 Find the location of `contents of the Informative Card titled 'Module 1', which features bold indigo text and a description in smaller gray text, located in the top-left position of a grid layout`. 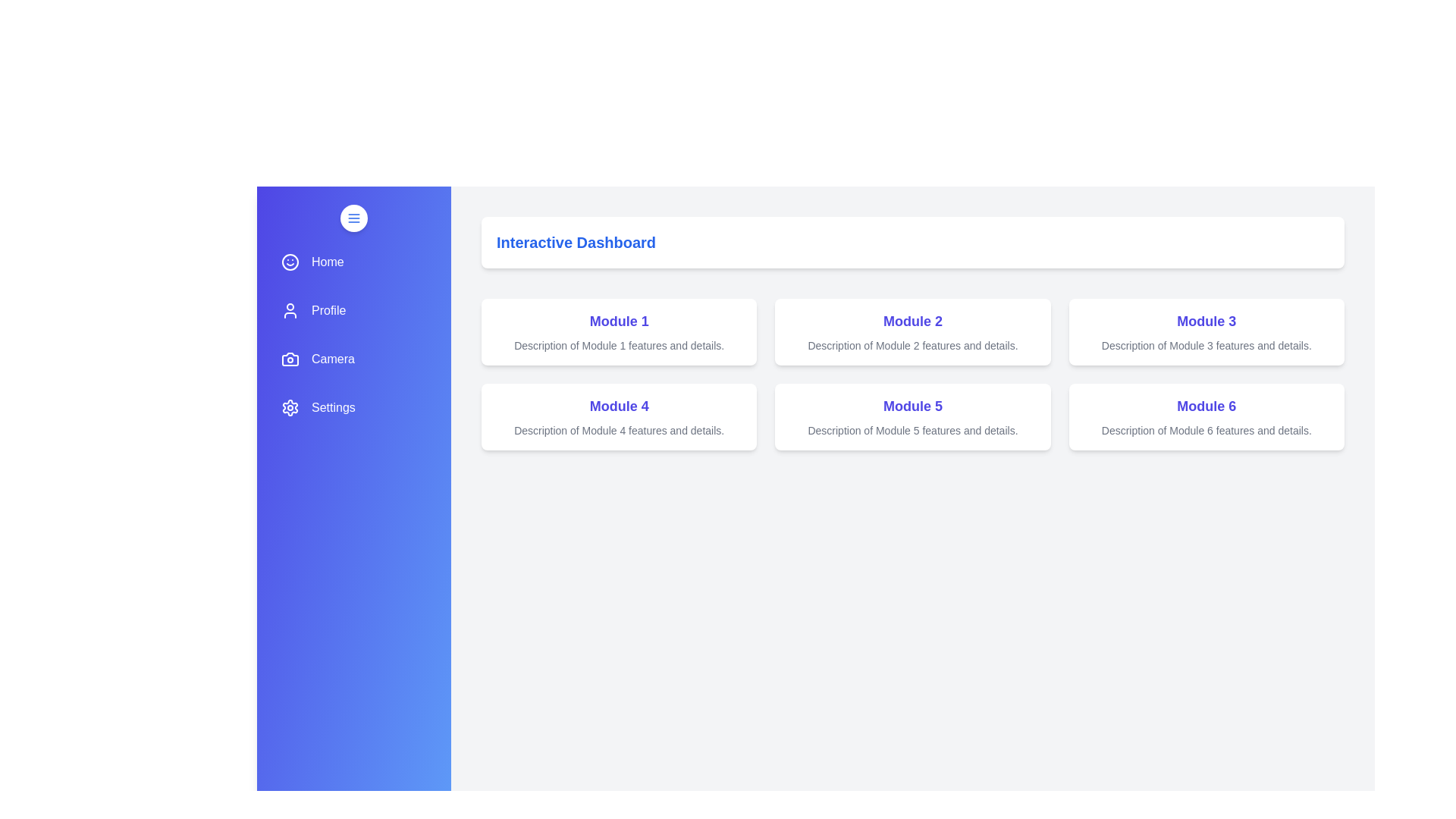

contents of the Informative Card titled 'Module 1', which features bold indigo text and a description in smaller gray text, located in the top-left position of a grid layout is located at coordinates (619, 331).